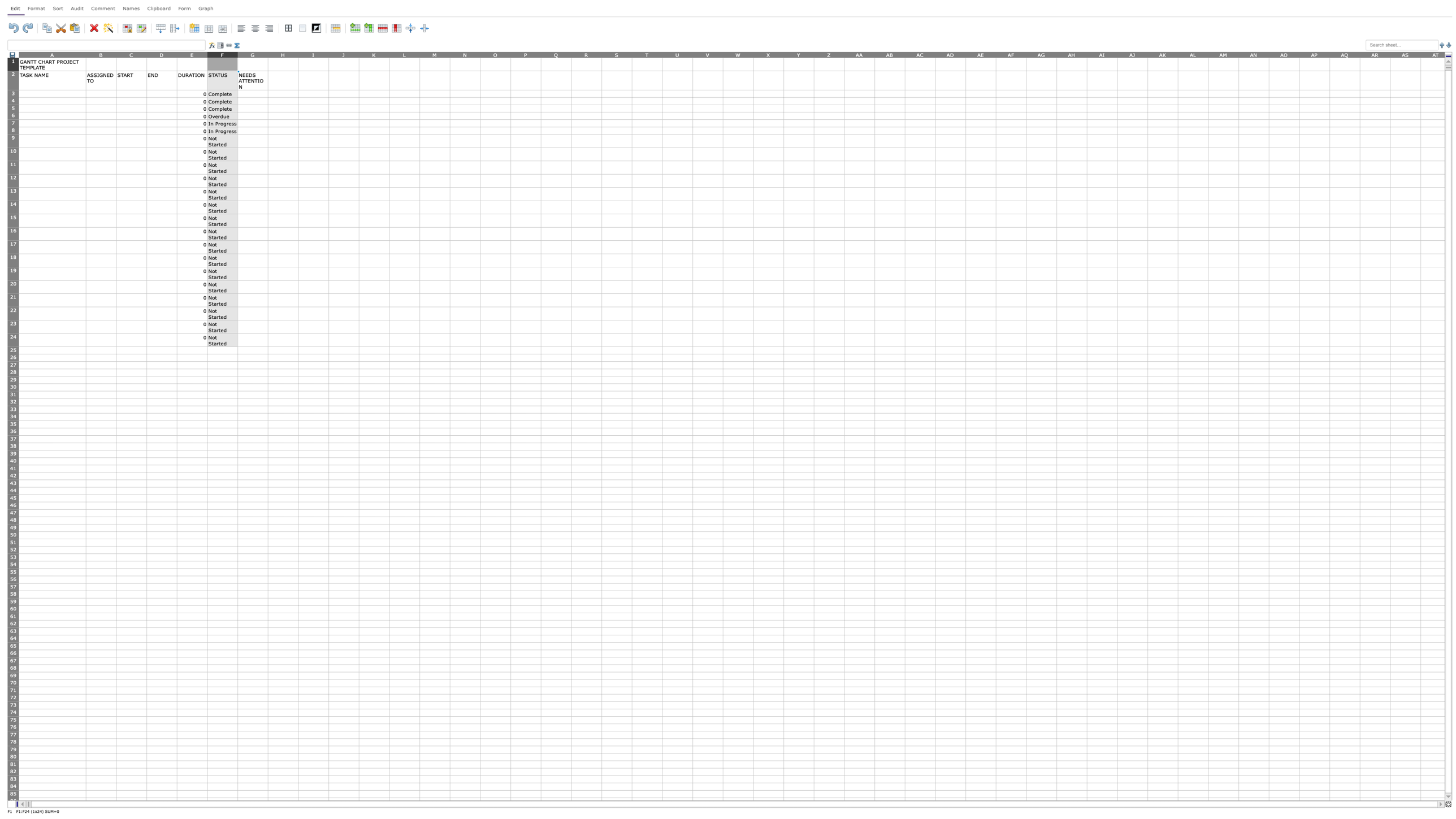  Describe the element at coordinates (298, 54) in the screenshot. I see `the right edge of column H, for next step resizing the column` at that location.